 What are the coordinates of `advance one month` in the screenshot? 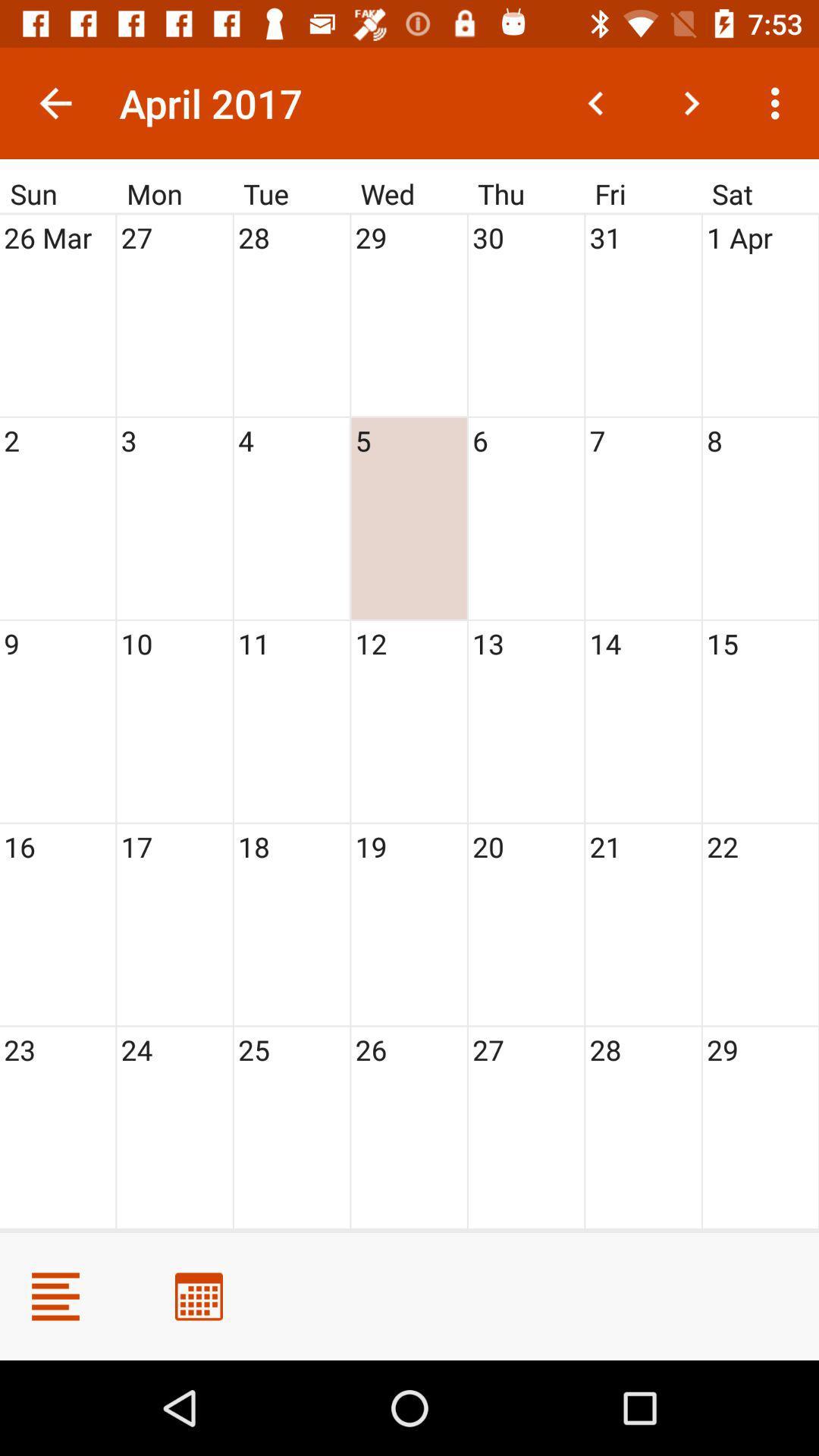 It's located at (691, 102).